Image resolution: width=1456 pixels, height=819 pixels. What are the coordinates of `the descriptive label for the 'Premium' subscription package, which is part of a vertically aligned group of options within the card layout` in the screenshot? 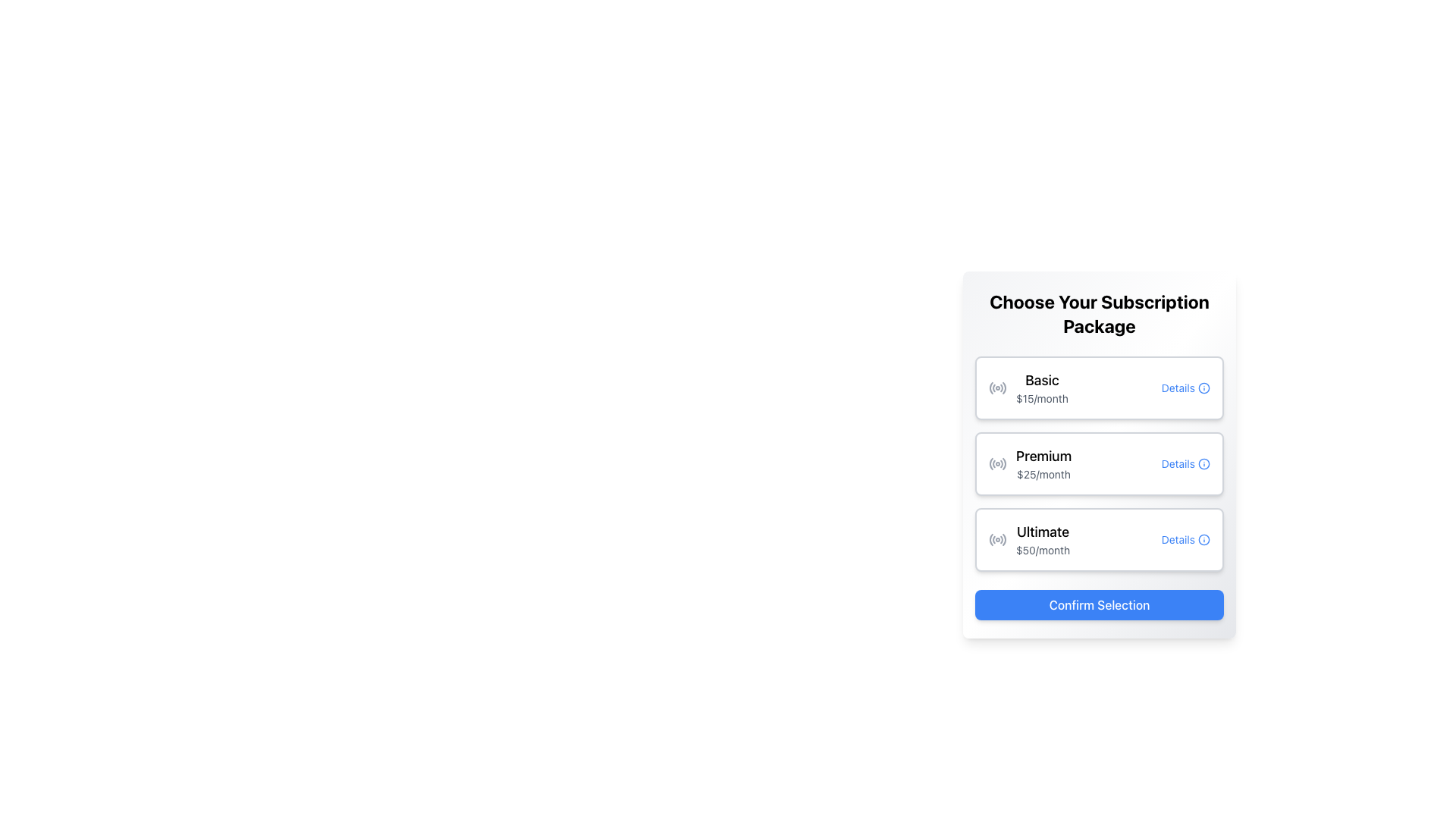 It's located at (1030, 463).